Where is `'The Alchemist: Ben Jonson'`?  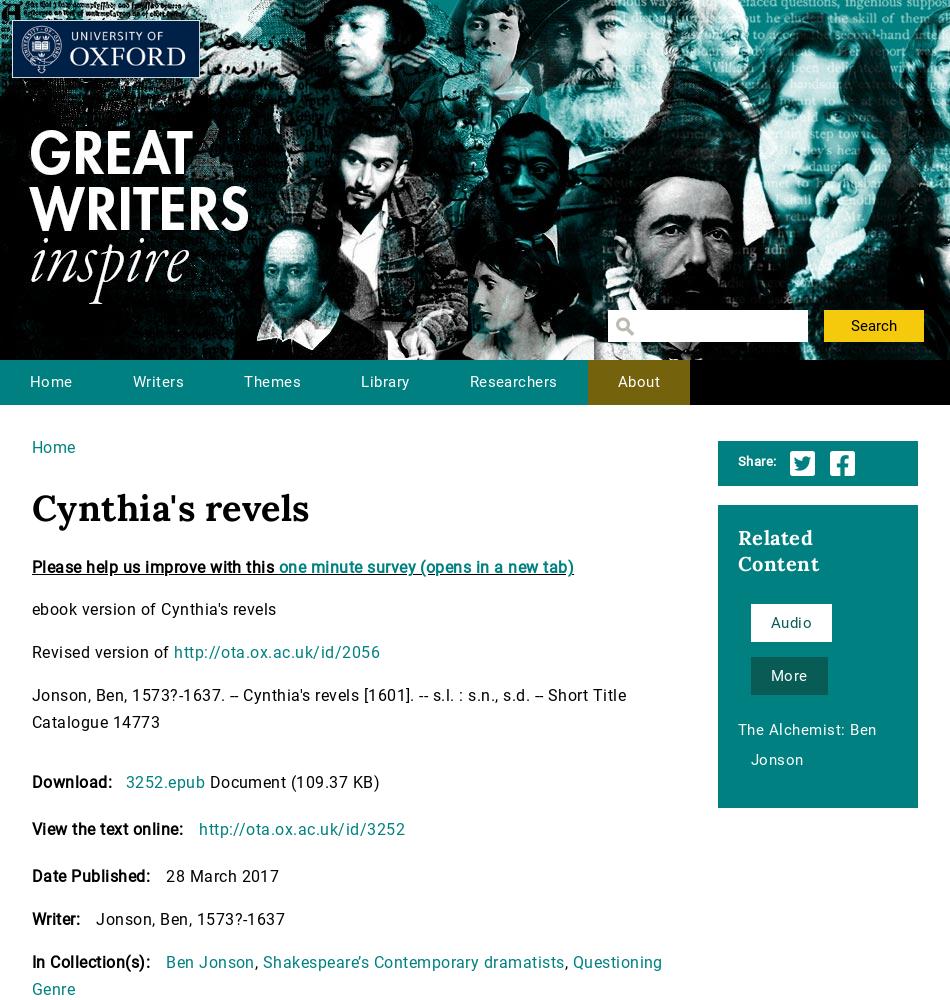
'The Alchemist: Ben Jonson' is located at coordinates (805, 744).